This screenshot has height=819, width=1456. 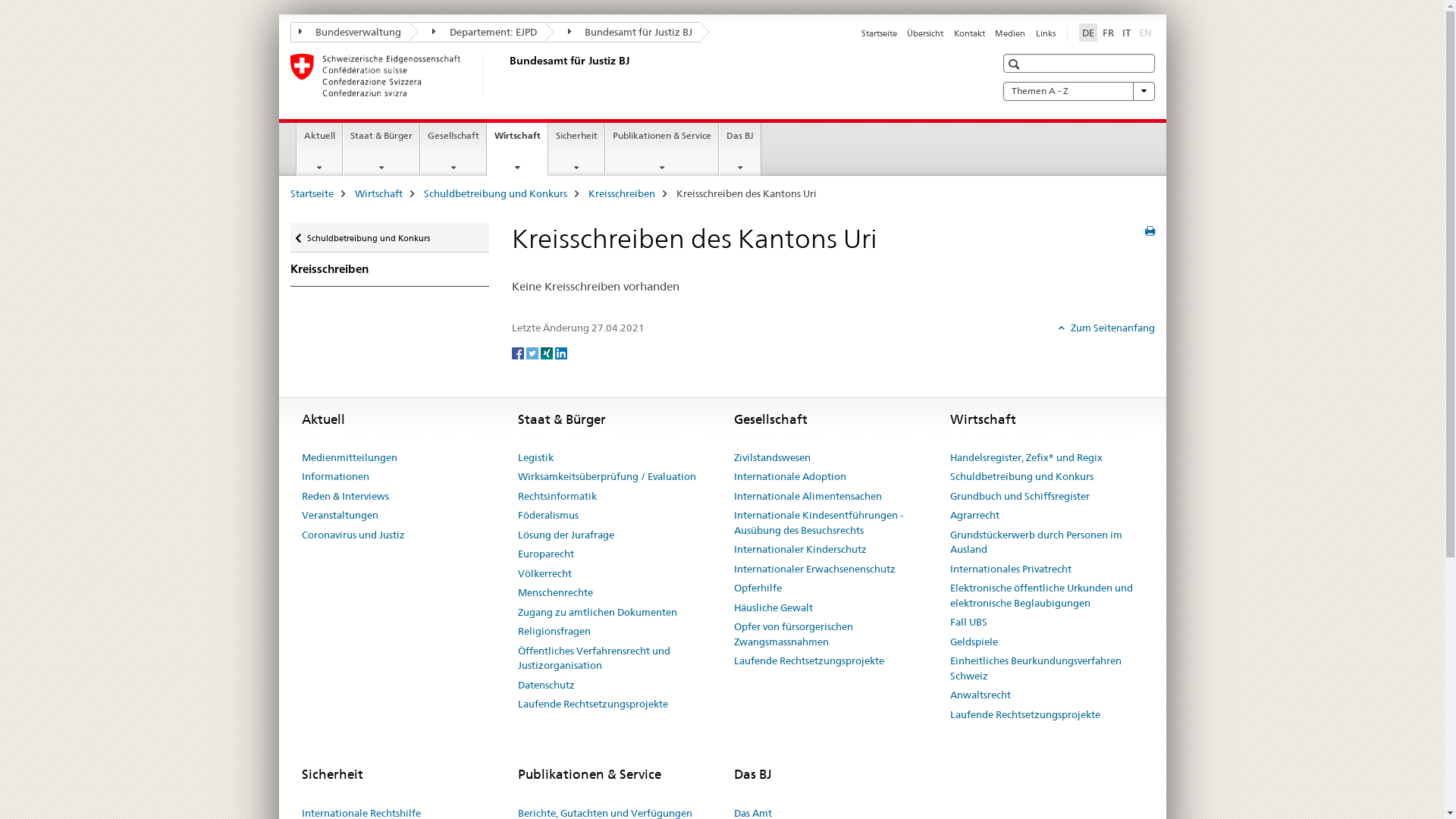 What do you see at coordinates (352, 534) in the screenshot?
I see `'Coronavirus und Justiz'` at bounding box center [352, 534].